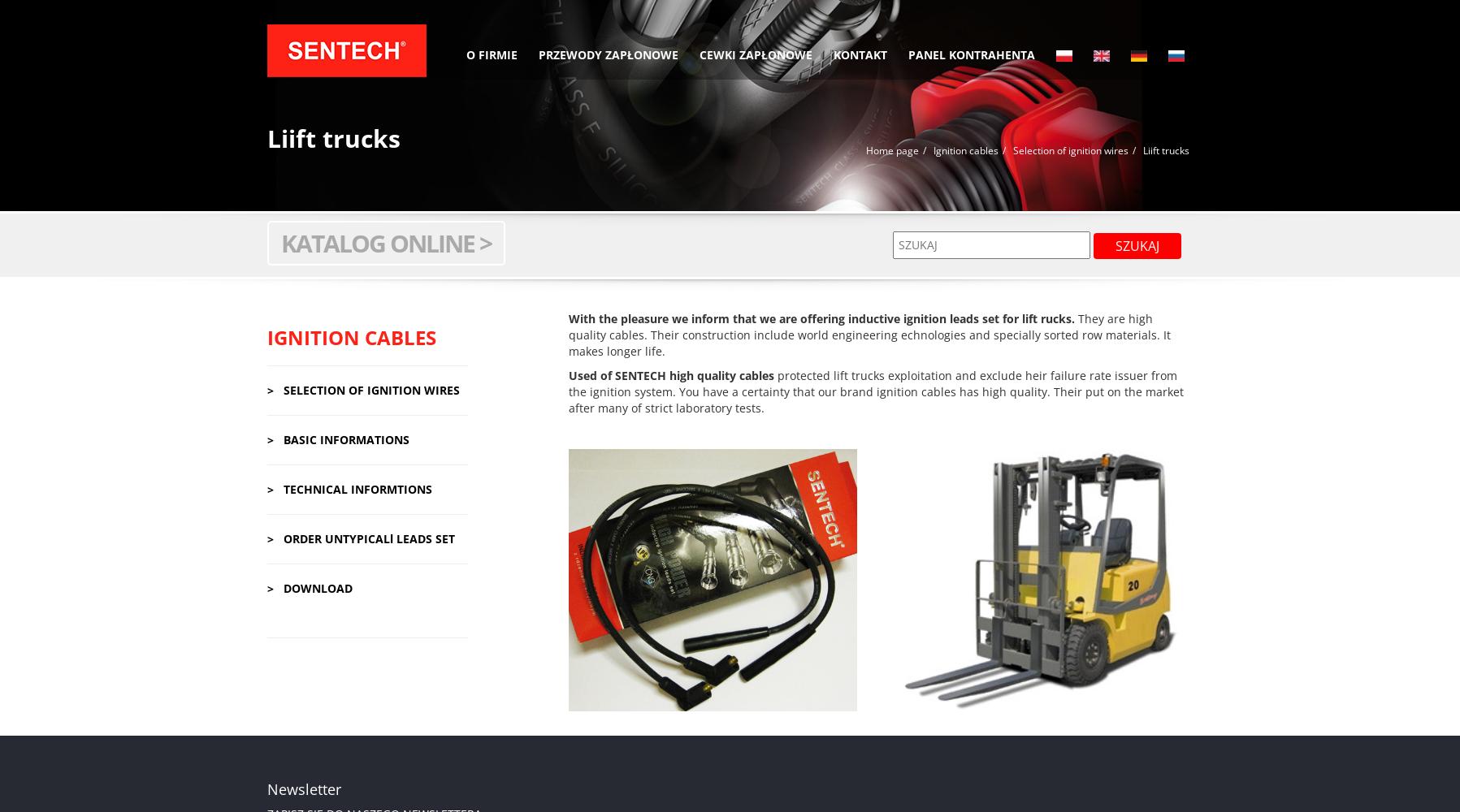 The image size is (1460, 812). I want to click on '>   ORDER UNTYPICALl LEADS SET', so click(359, 538).